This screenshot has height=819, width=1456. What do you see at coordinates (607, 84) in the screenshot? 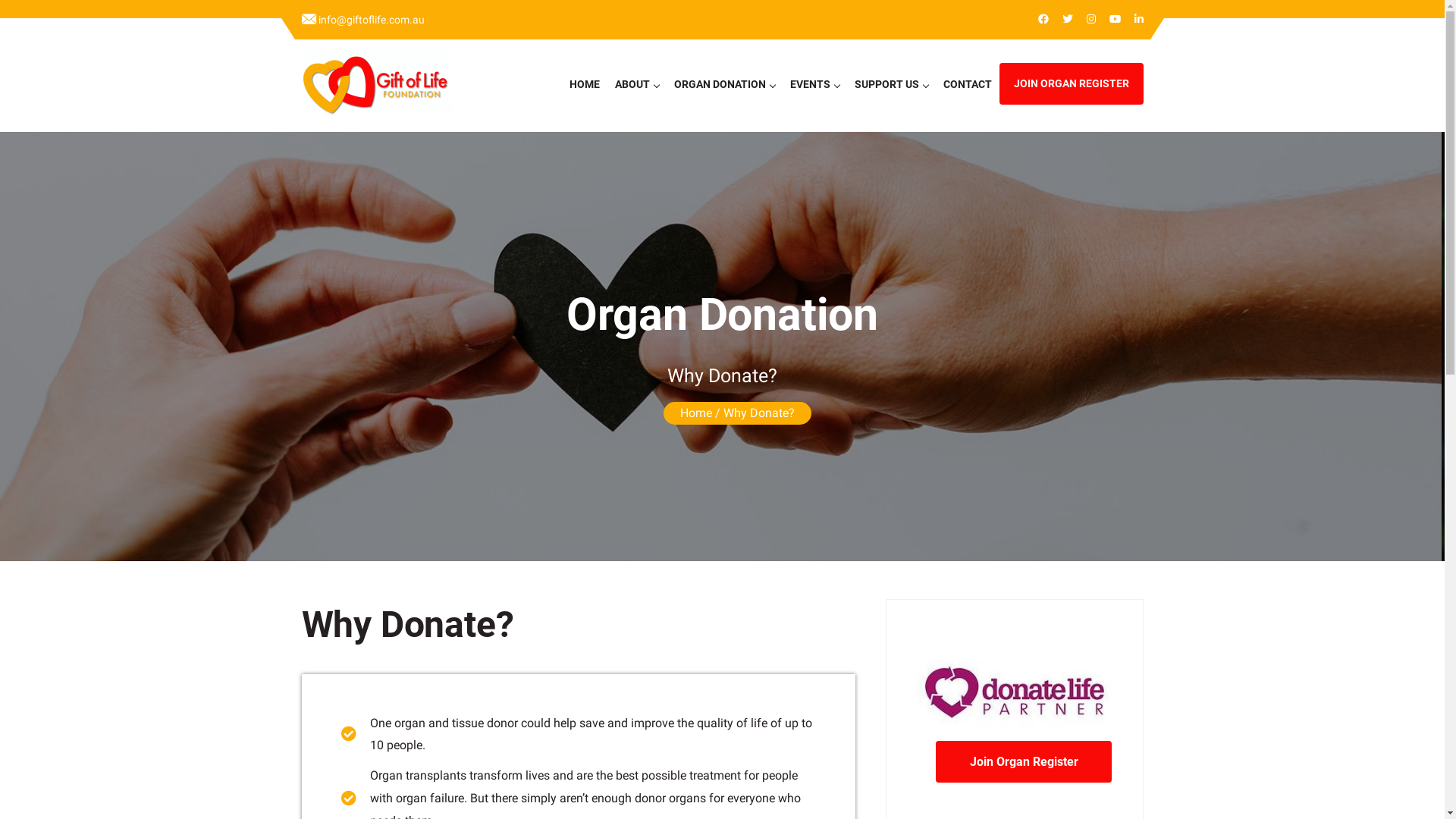
I see `'ABOUT'` at bounding box center [607, 84].